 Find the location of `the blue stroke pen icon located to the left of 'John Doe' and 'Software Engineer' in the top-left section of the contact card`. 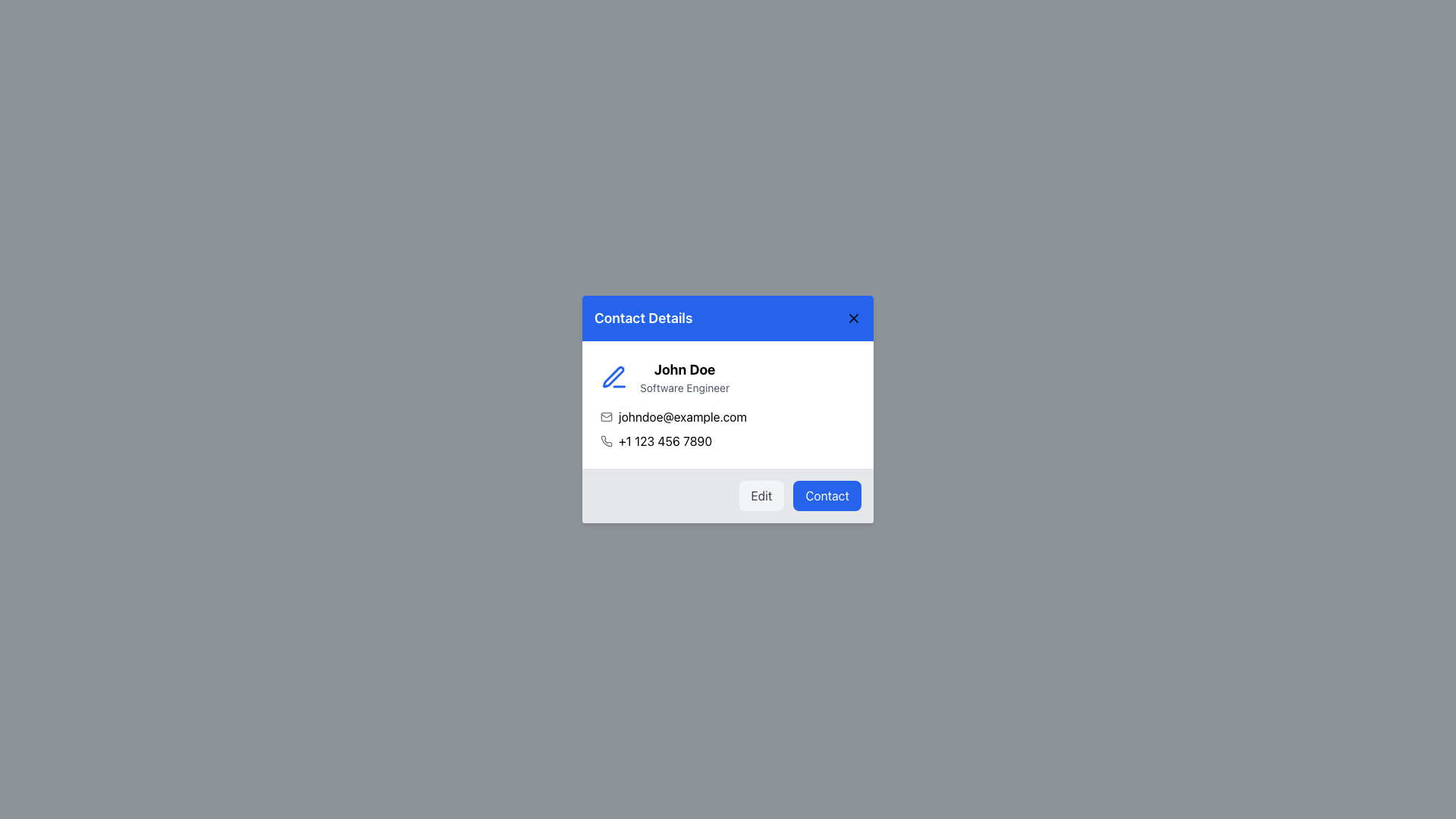

the blue stroke pen icon located to the left of 'John Doe' and 'Software Engineer' in the top-left section of the contact card is located at coordinates (614, 376).